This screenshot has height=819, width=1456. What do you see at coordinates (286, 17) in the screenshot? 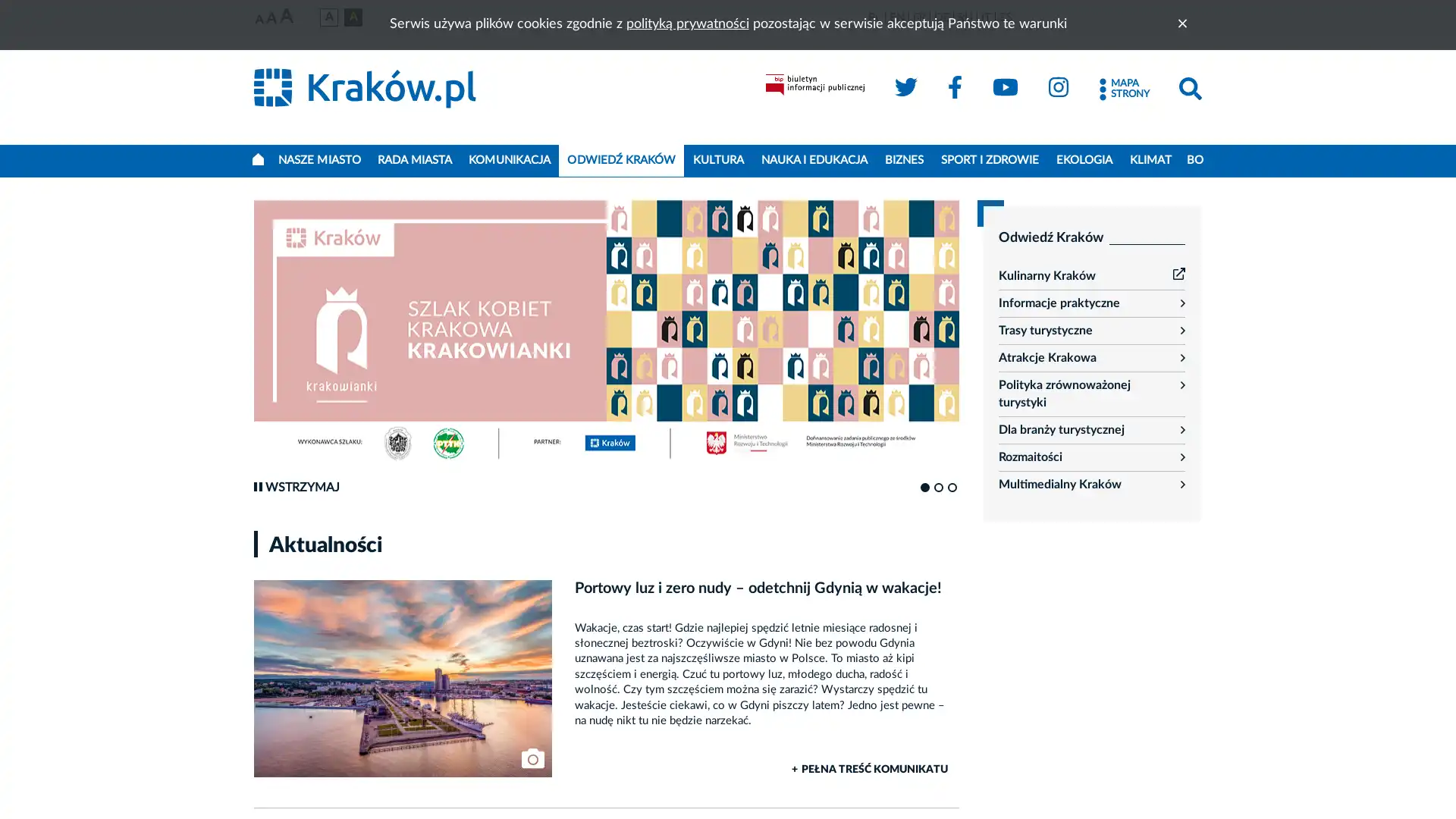
I see `Najwieksza czcionka` at bounding box center [286, 17].